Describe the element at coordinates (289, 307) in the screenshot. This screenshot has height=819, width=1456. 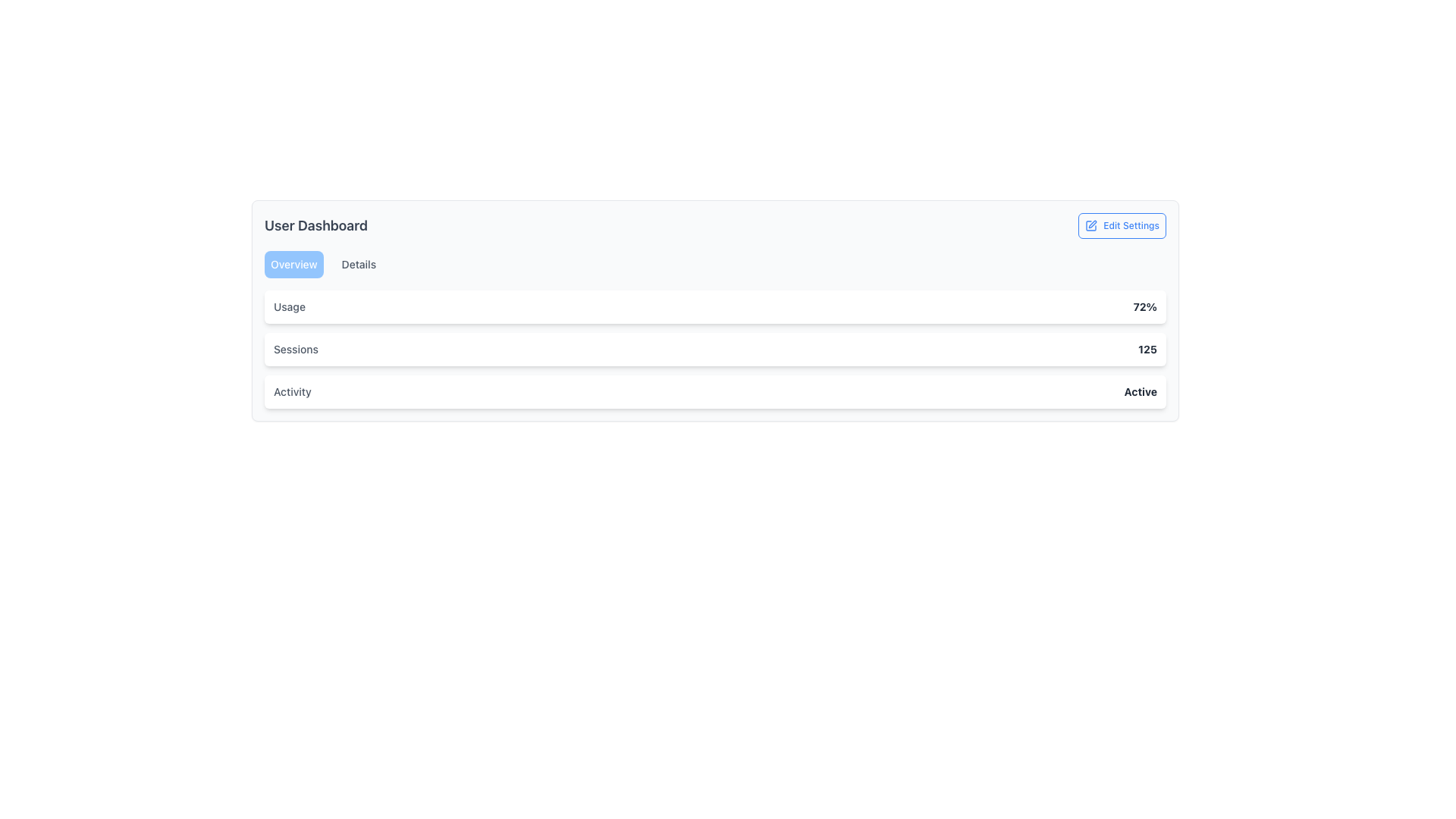
I see `the text label displaying 'Usage' which is styled in medium-sized gray font and positioned at the top-left of the dashboard interface` at that location.